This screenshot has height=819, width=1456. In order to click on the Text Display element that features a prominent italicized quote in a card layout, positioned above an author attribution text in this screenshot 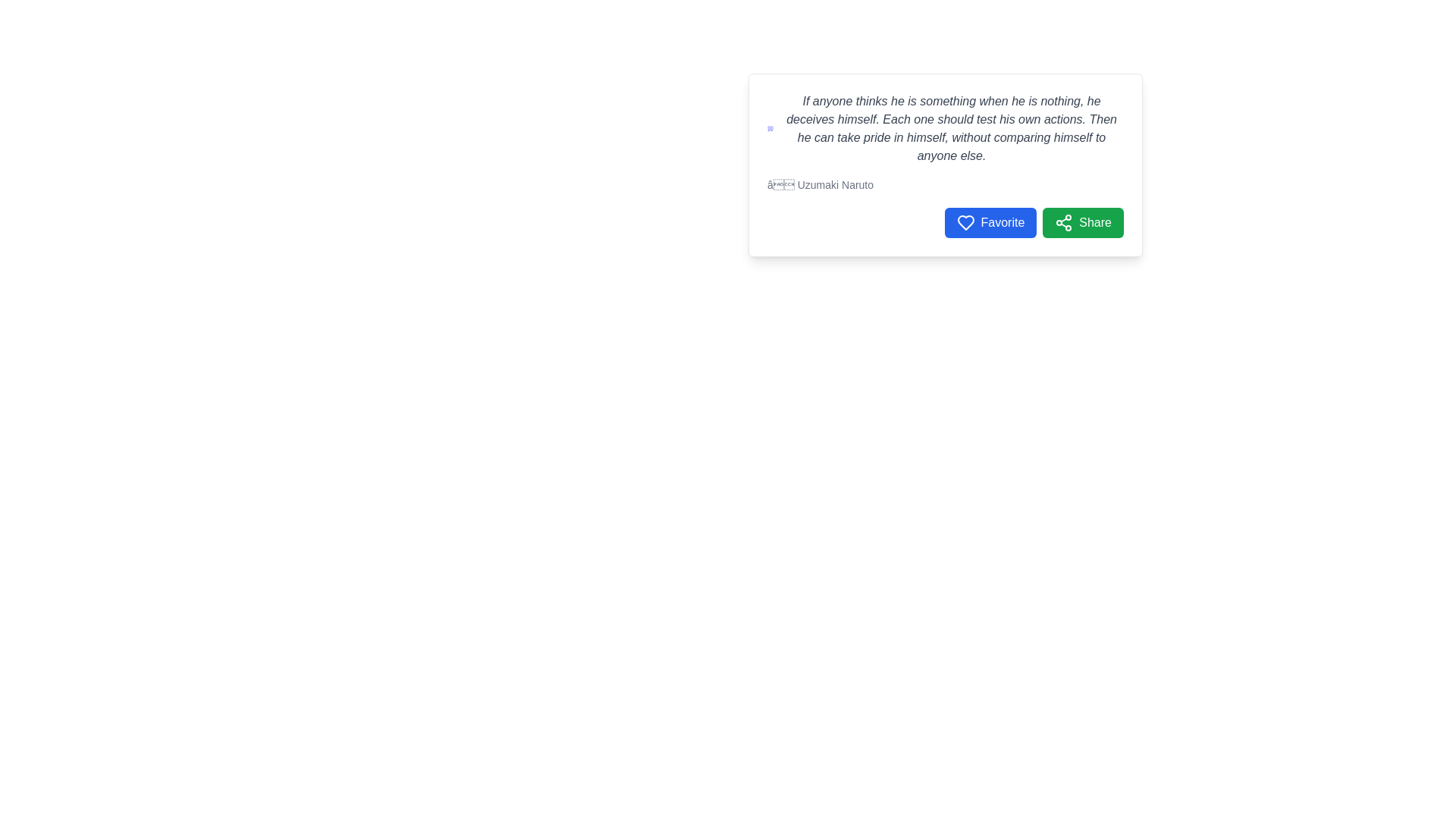, I will do `click(945, 127)`.